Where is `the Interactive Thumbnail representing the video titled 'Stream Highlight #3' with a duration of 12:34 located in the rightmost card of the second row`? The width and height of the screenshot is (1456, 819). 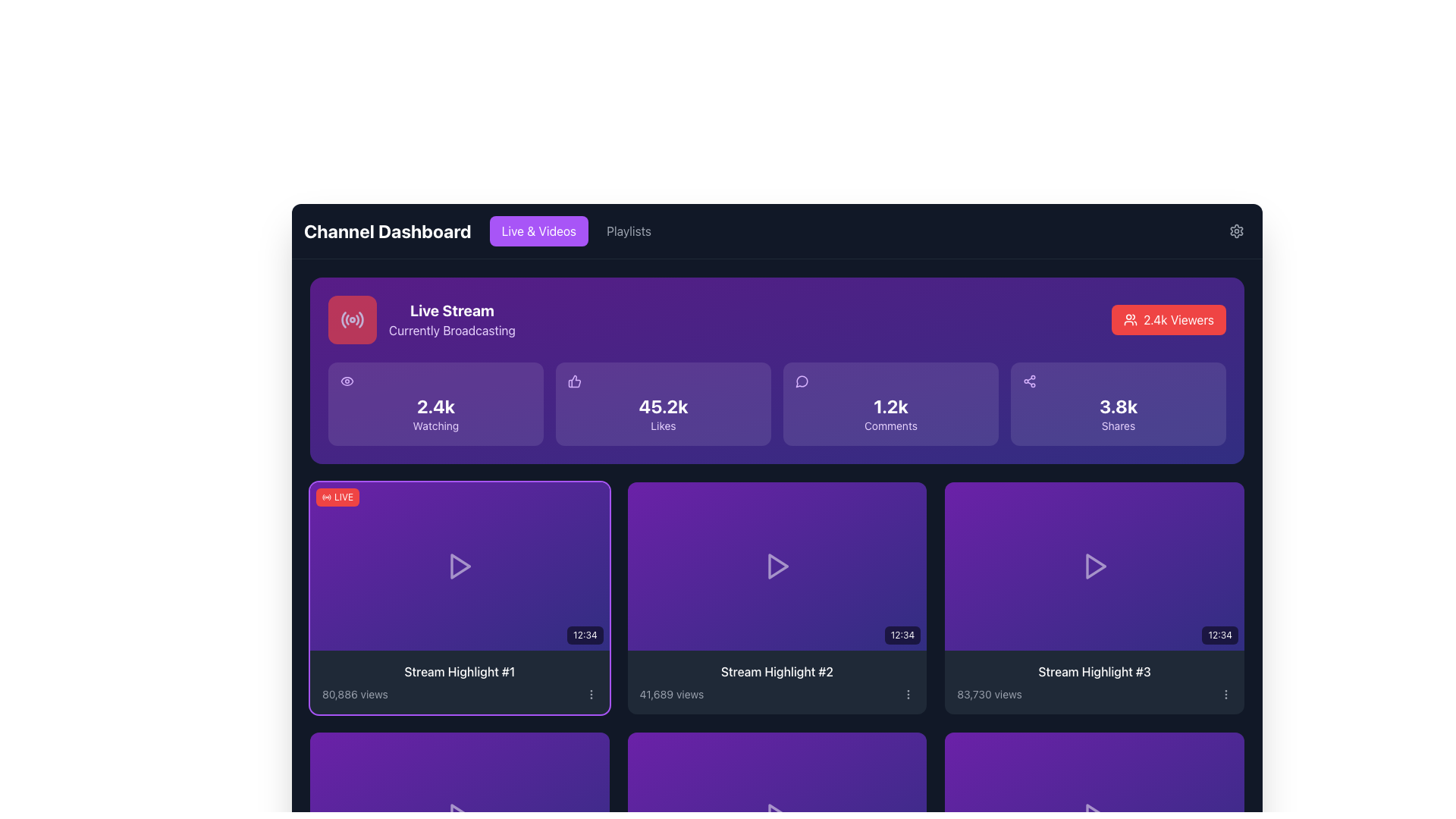
the Interactive Thumbnail representing the video titled 'Stream Highlight #3' with a duration of 12:34 located in the rightmost card of the second row is located at coordinates (1094, 566).